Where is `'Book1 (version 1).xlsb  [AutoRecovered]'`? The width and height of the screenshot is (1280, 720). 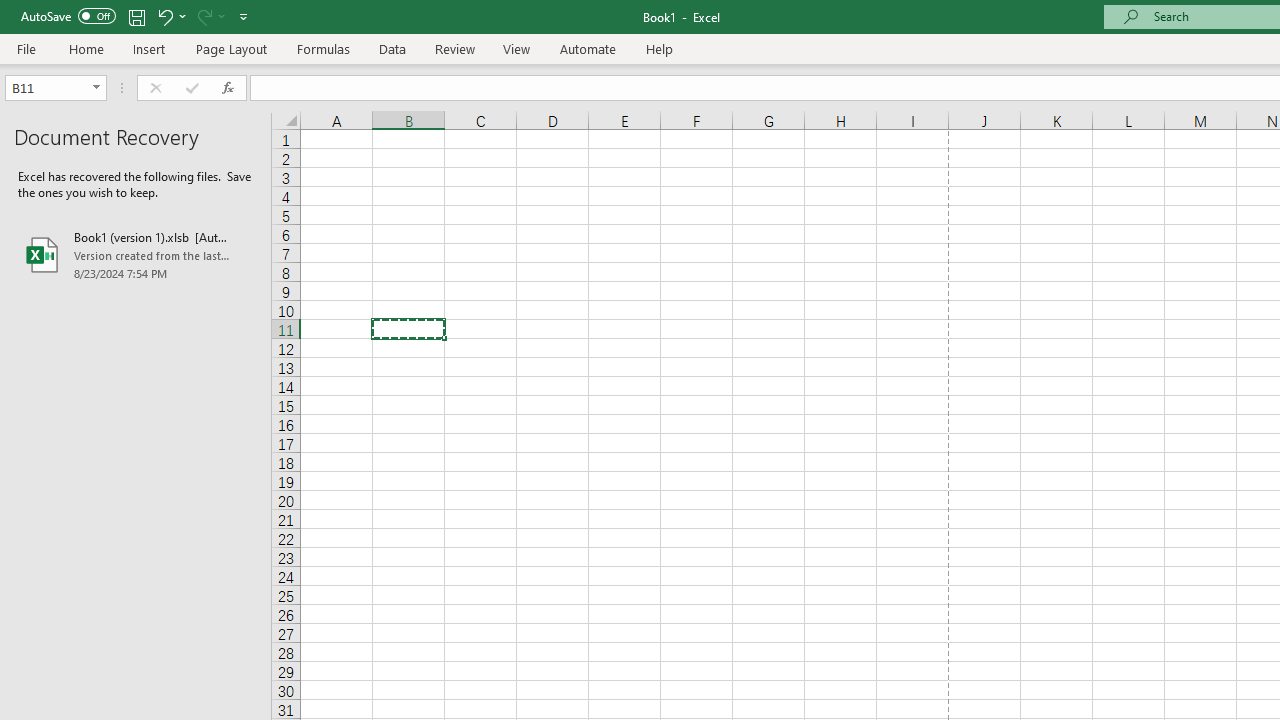
'Book1 (version 1).xlsb  [AutoRecovered]' is located at coordinates (135, 253).